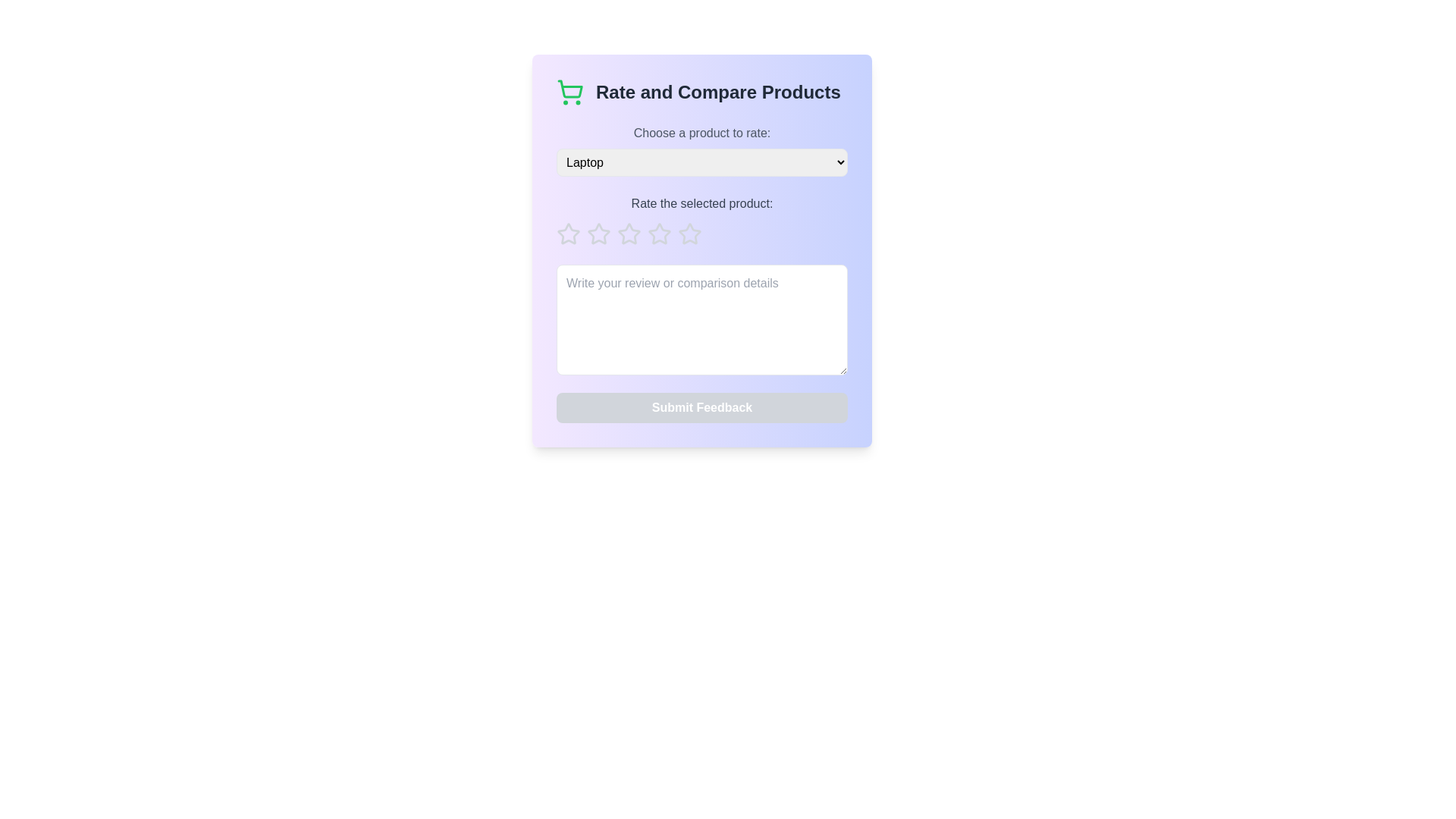 The image size is (1456, 819). What do you see at coordinates (570, 93) in the screenshot?
I see `the shopping icon located at the top-left corner of the 'Rate and Compare Products' section, which serves as a visual representation of shopping functionalities` at bounding box center [570, 93].